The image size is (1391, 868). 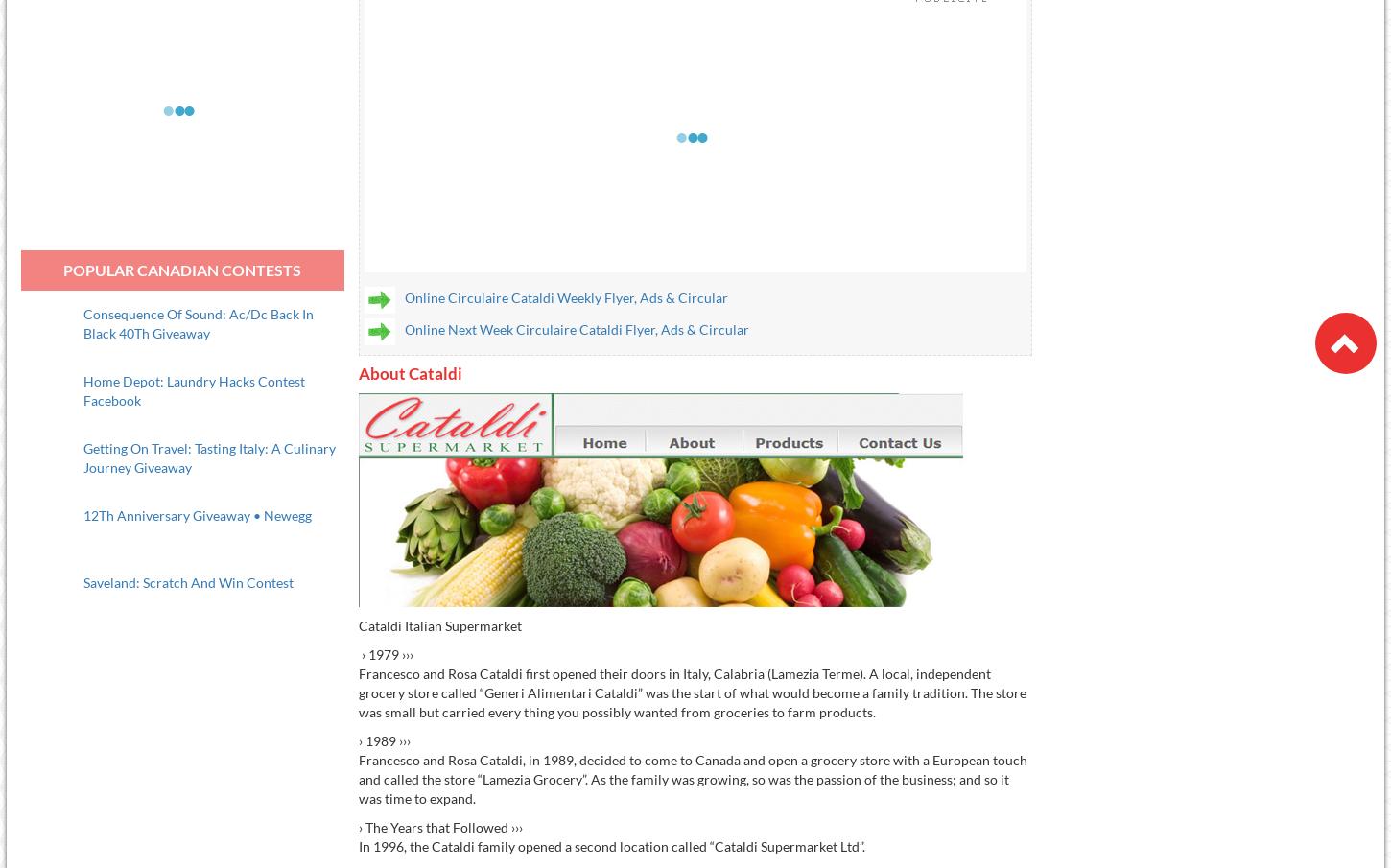 What do you see at coordinates (356, 691) in the screenshot?
I see `'Francesco and Rosa Cataldi first opened their doors in Italy, Calabria (Lamezia Terme). A local, independent grocery store called “Generi Alimentari Cataldi” was the start of what would become a family tradition. The store was small but carried every thing you possibly wanted from groceries to farm products.'` at bounding box center [356, 691].